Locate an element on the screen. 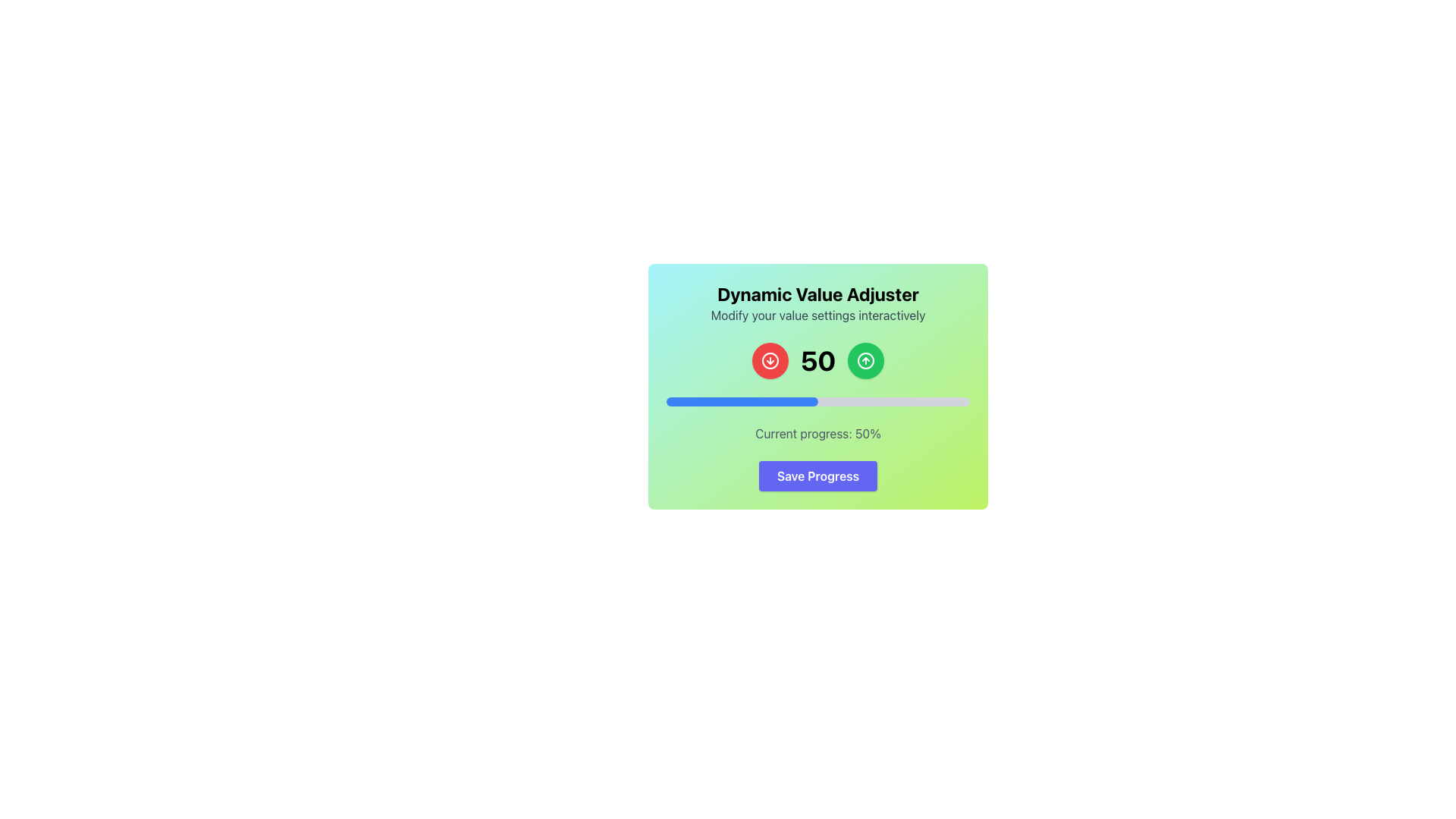 The width and height of the screenshot is (1456, 819). value displayed in the text section showing '50', which is prominently placed between a red button and a green button in a horizontal layout is located at coordinates (817, 360).